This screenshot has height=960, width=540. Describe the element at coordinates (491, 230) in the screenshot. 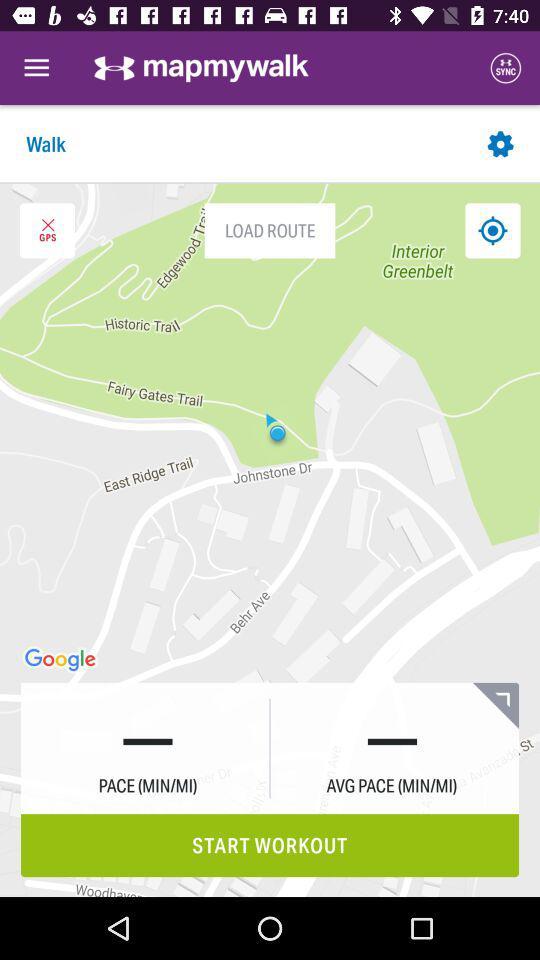

I see `icon to the right of the load route item` at that location.